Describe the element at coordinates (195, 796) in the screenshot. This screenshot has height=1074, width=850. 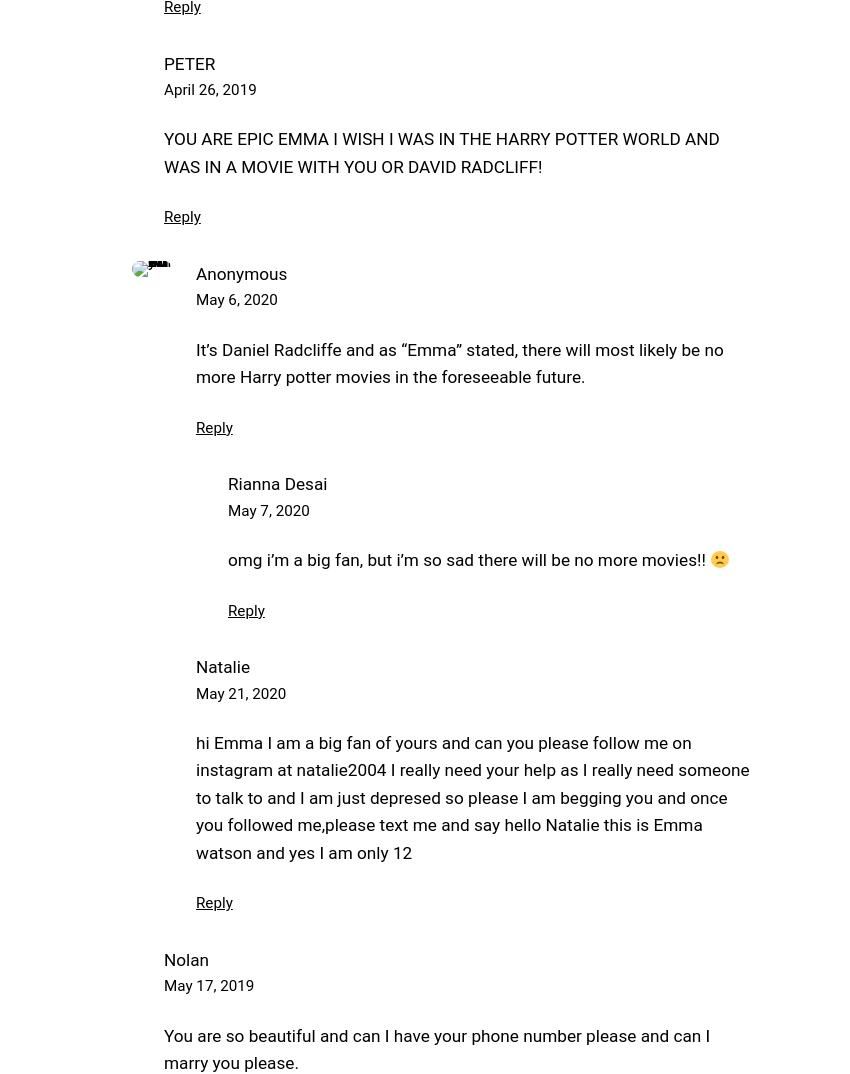
I see `'hi Emma I am a big fan of yours and can you please follow me on instagram at natalie2004 I really need your help as I really need someone to talk to and I am just depresed so please I am begging you and once you followed me,please text me and say hello Natalie this is Emma watson and yes I am only 12'` at that location.